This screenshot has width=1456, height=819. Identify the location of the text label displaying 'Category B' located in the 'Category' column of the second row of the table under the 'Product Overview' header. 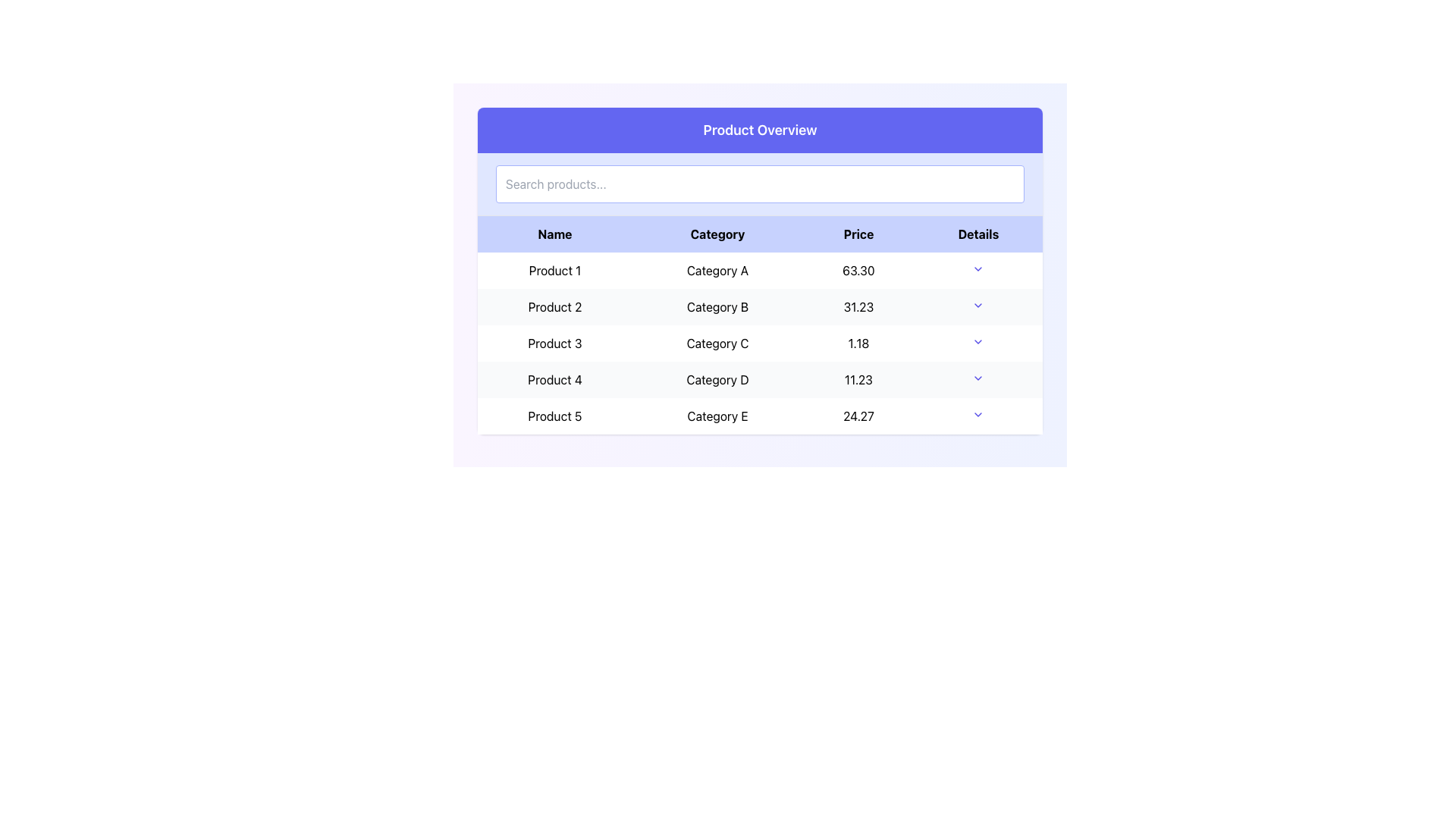
(717, 307).